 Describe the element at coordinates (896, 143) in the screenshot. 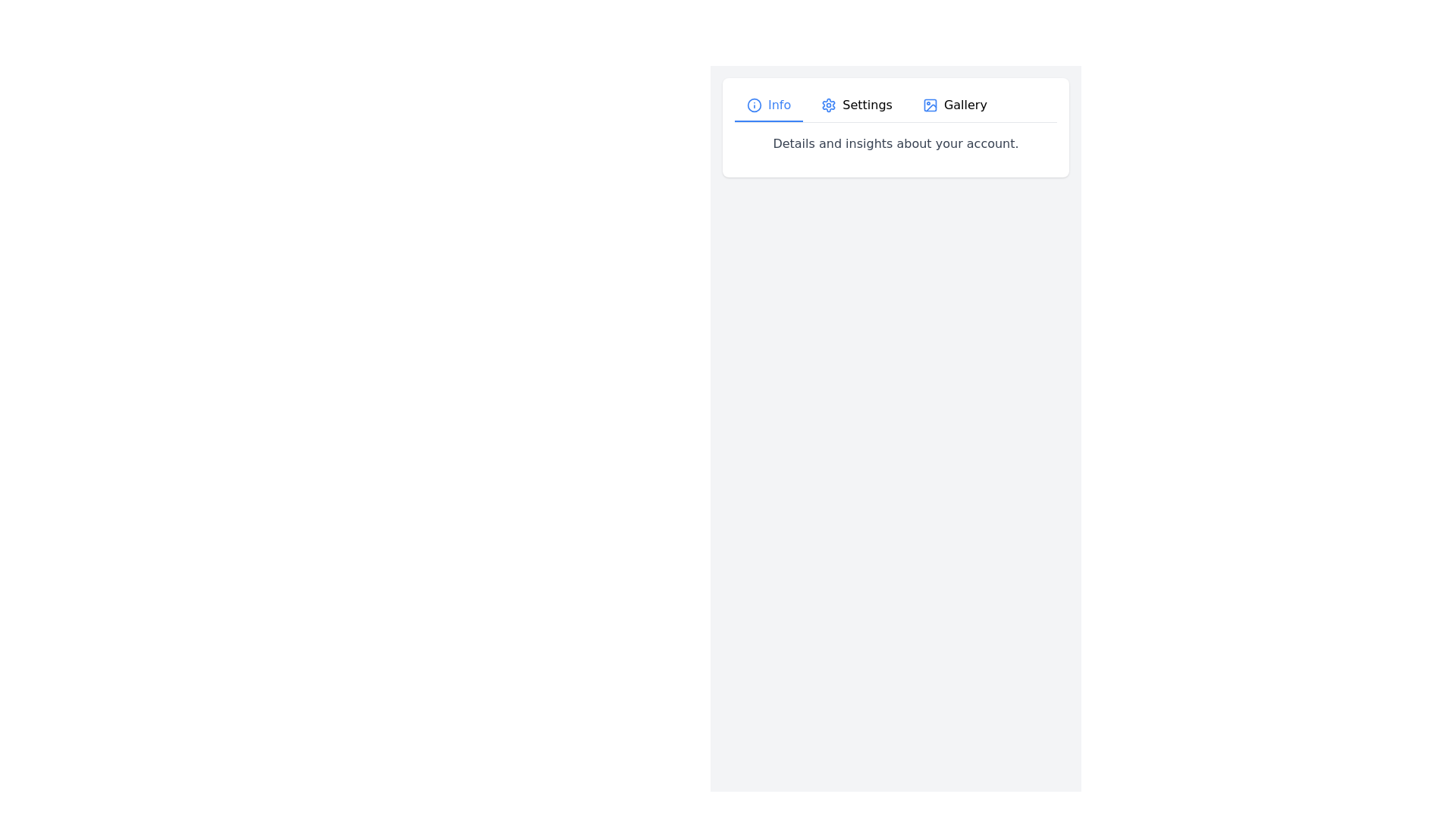

I see `the text block containing 'Details and insights about your account', which is styled with gray font color and positioned below the Info tab in the navigation component` at that location.